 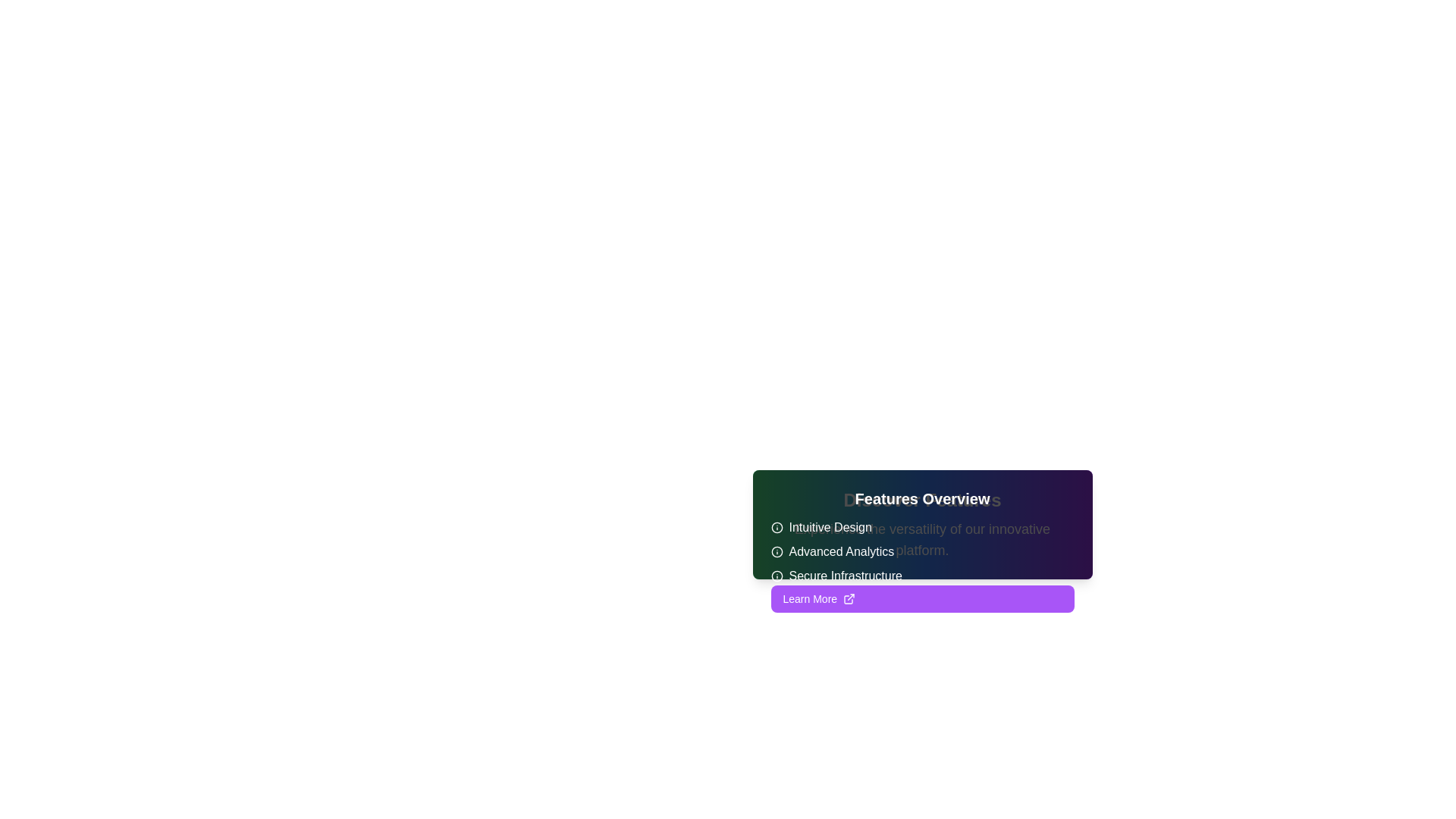 I want to click on descriptive text from the list of features under the heading 'Features Overview', which provides concise descriptions of each feature related to the product or service, so click(x=921, y=552).